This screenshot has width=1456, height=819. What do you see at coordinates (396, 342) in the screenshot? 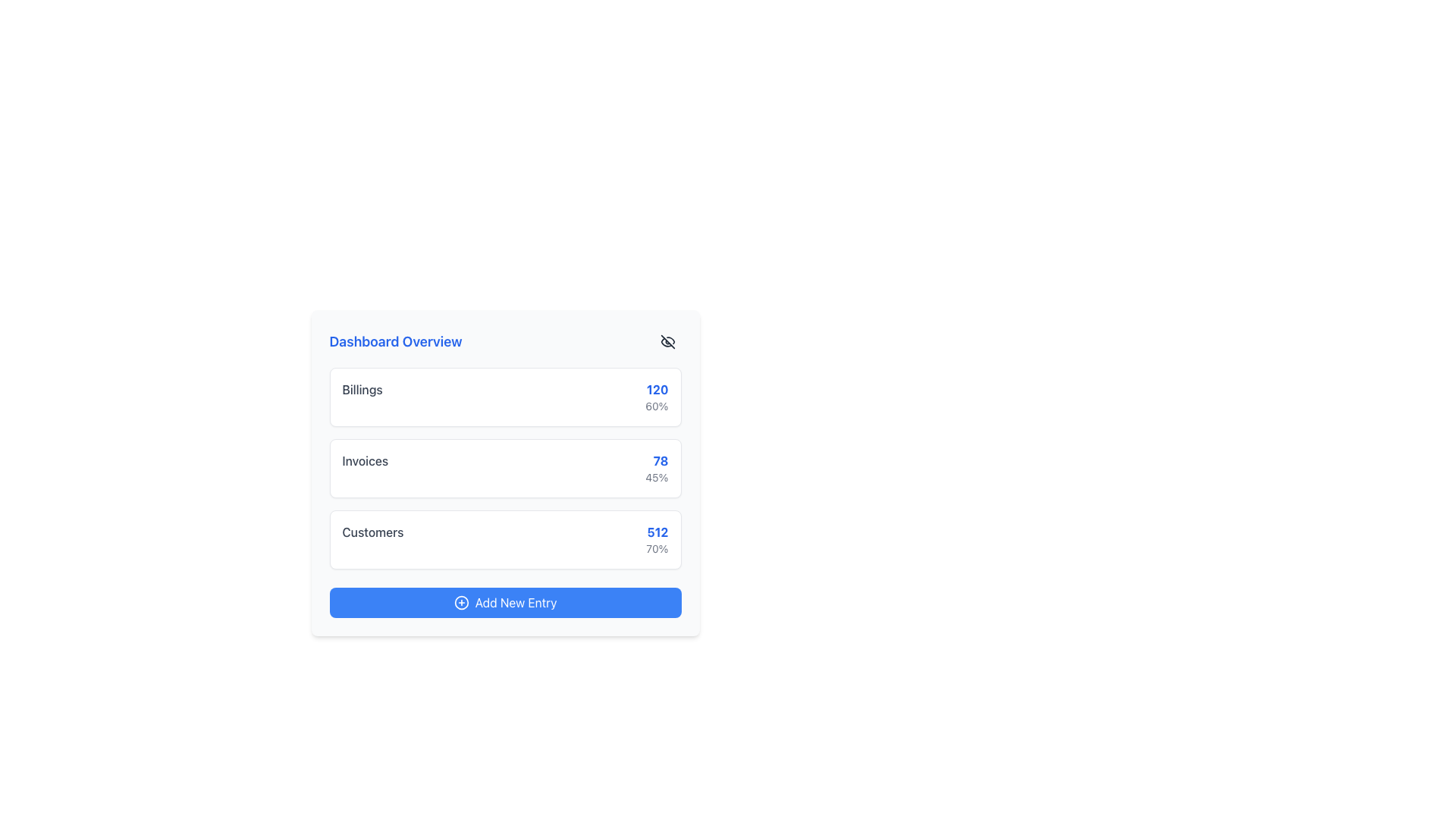
I see `the text label that reads 'Dashboard Overview', styled in blue, located at the top-center of the content card` at bounding box center [396, 342].